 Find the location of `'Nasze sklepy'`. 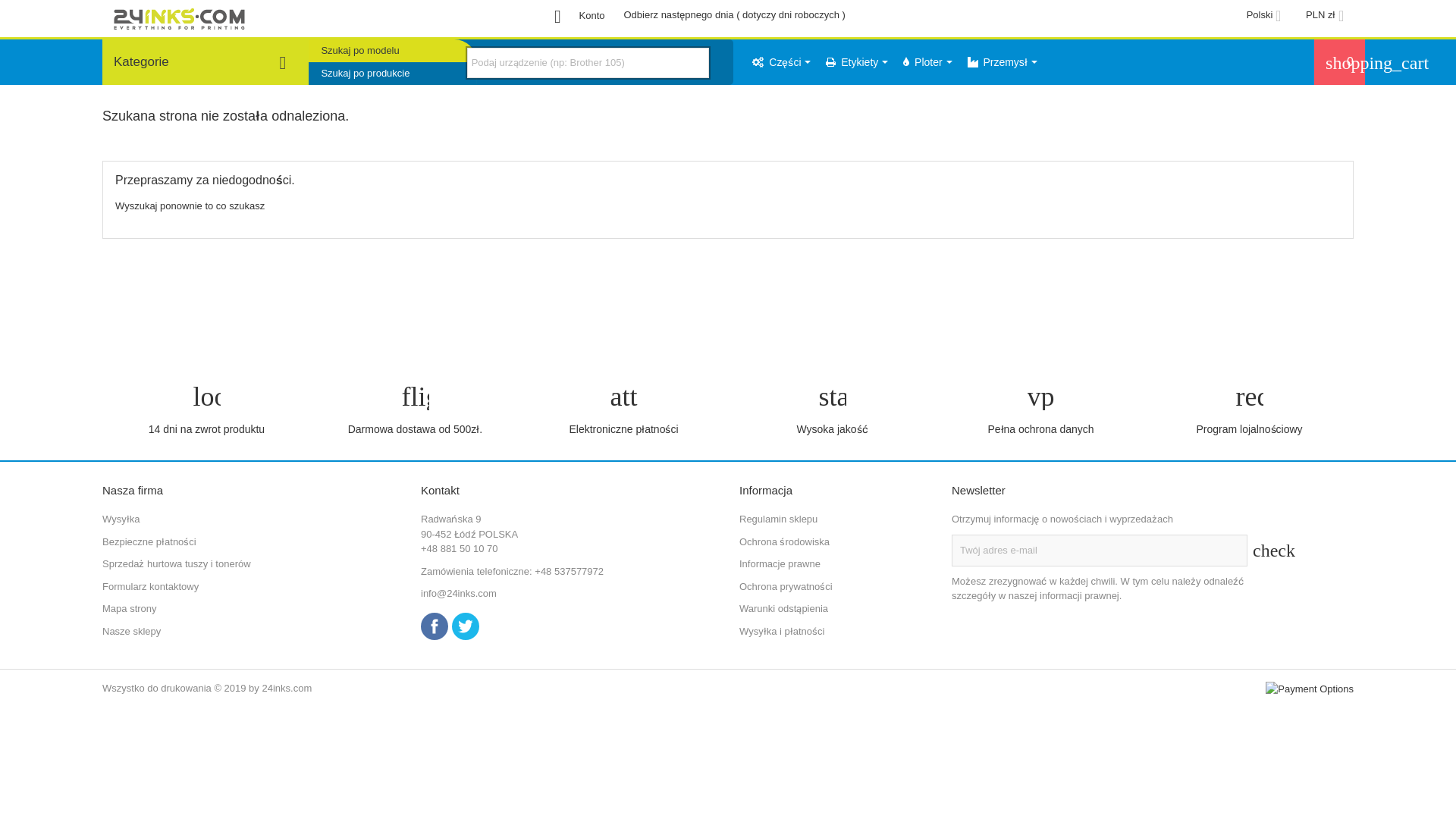

'Nasze sklepy' is located at coordinates (131, 631).